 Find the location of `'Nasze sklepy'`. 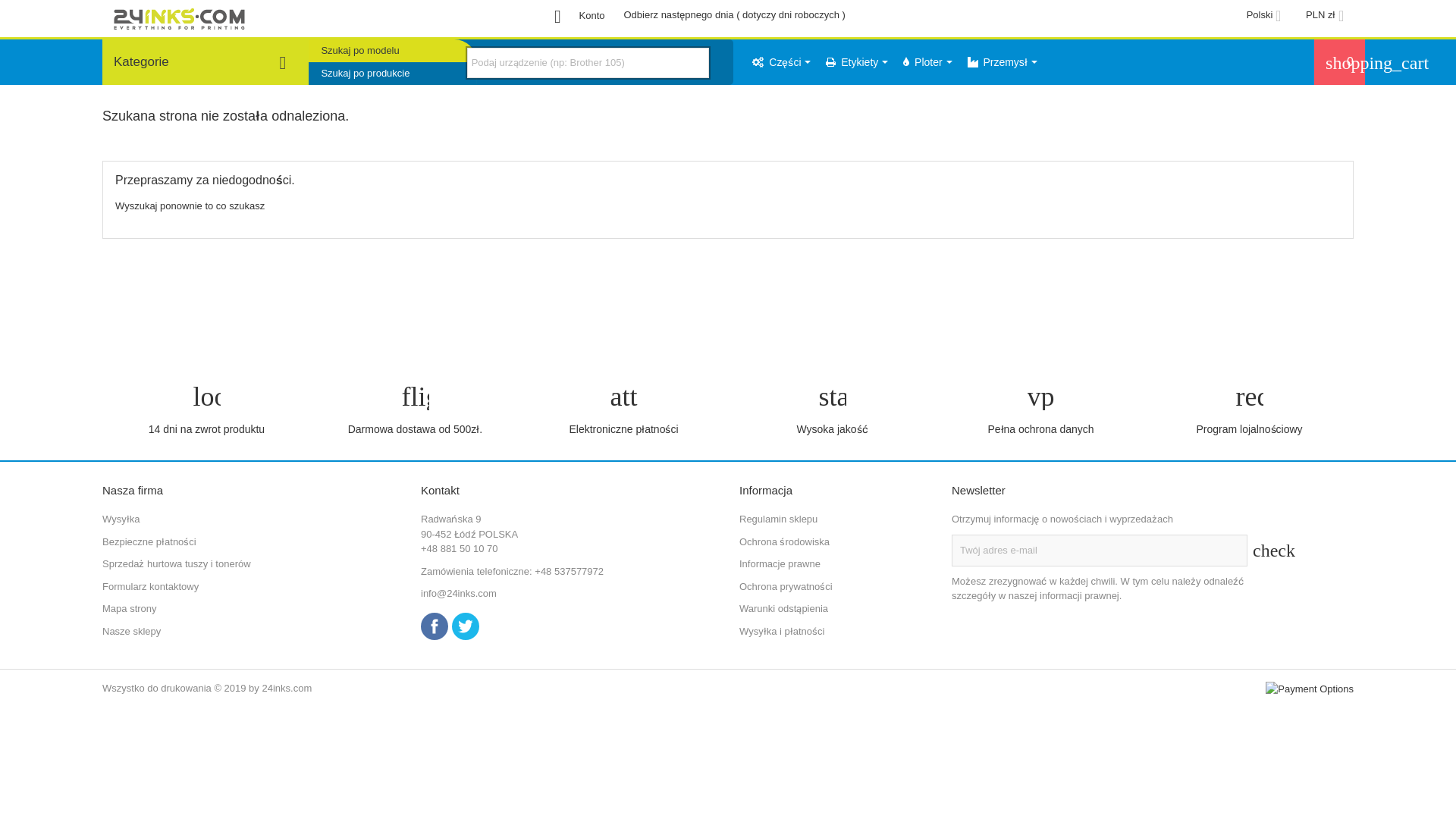

'Nasze sklepy' is located at coordinates (131, 631).